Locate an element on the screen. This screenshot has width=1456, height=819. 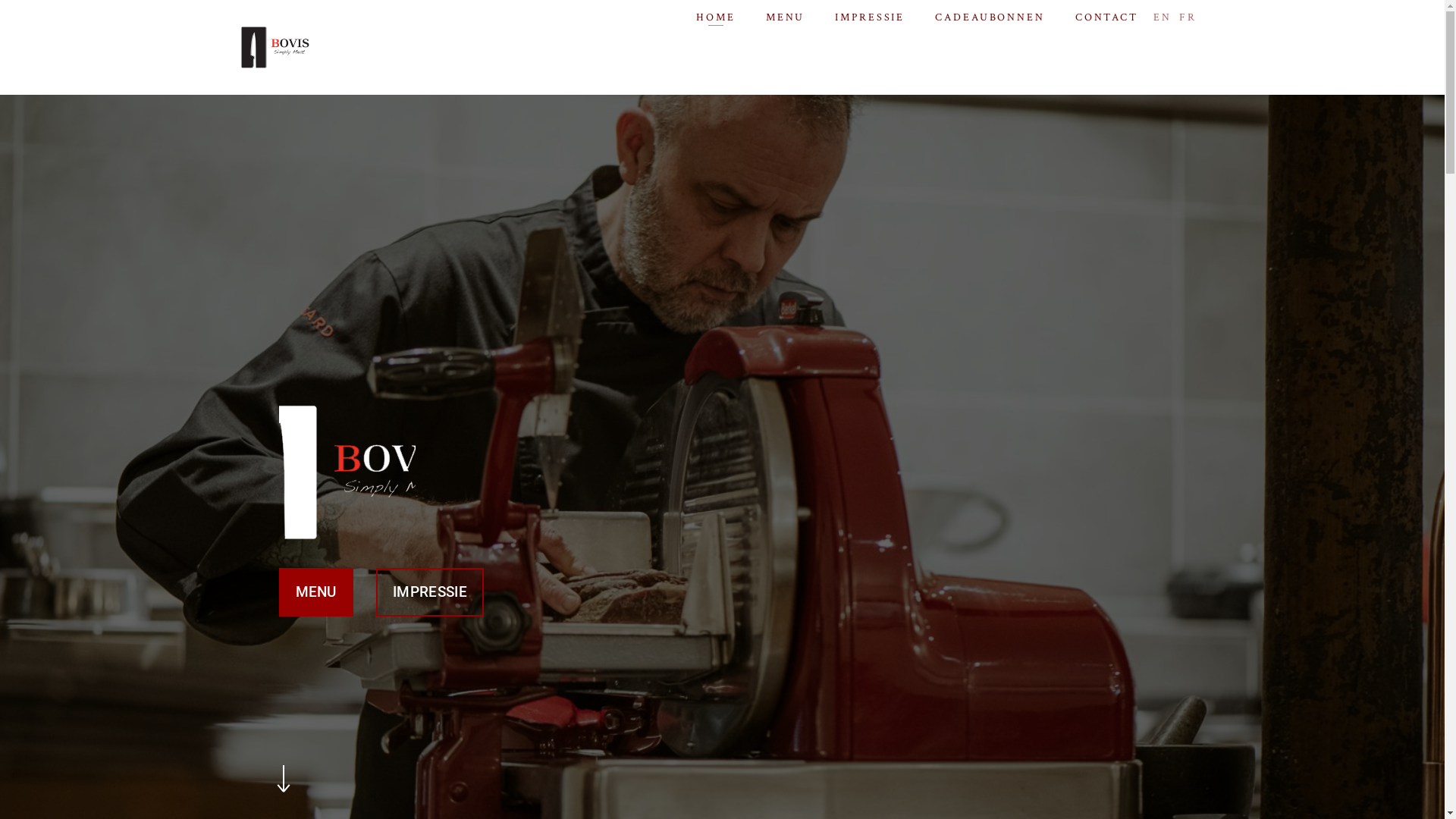
'EN' is located at coordinates (1161, 17).